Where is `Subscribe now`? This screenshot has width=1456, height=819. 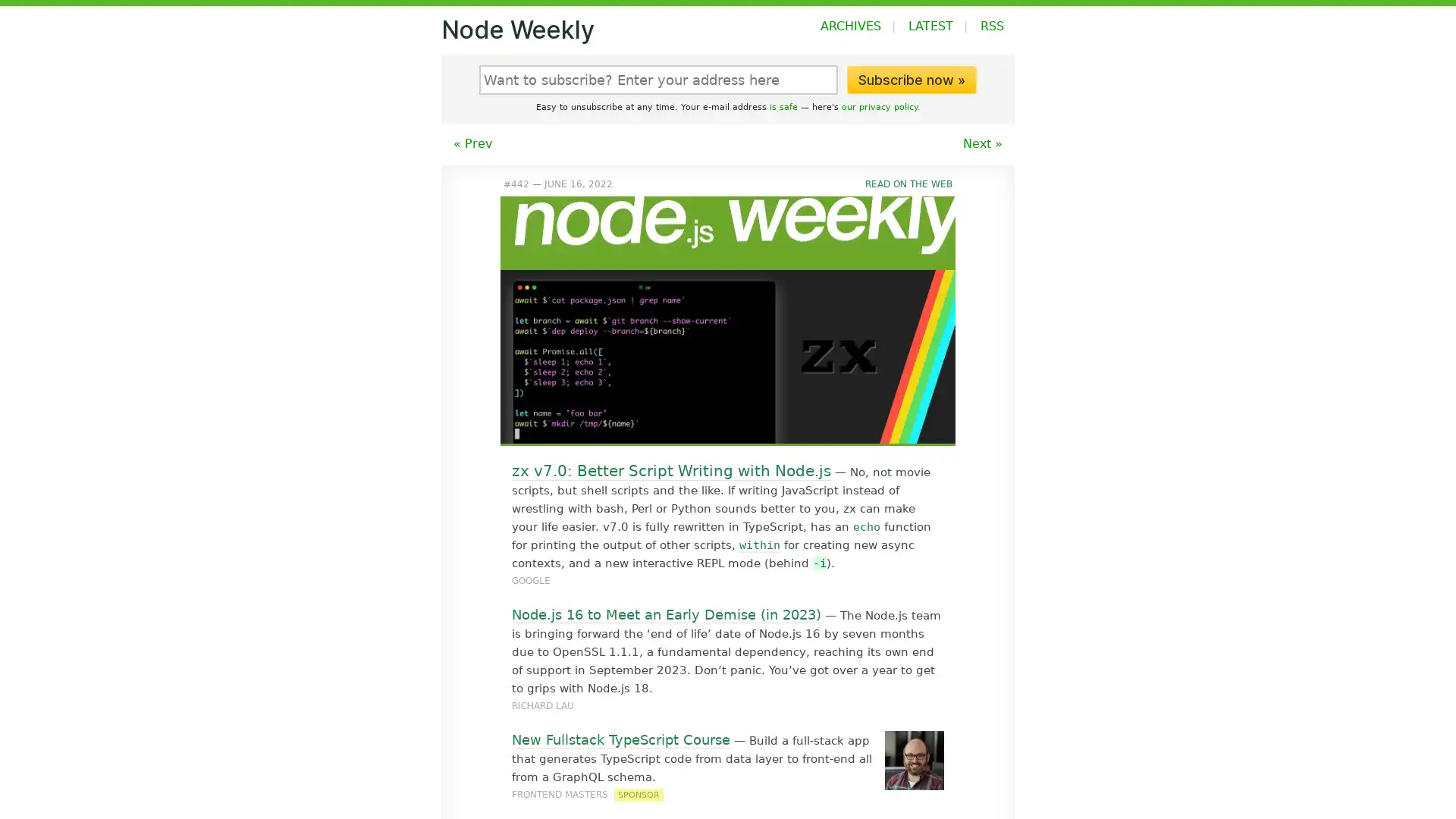 Subscribe now is located at coordinates (911, 80).